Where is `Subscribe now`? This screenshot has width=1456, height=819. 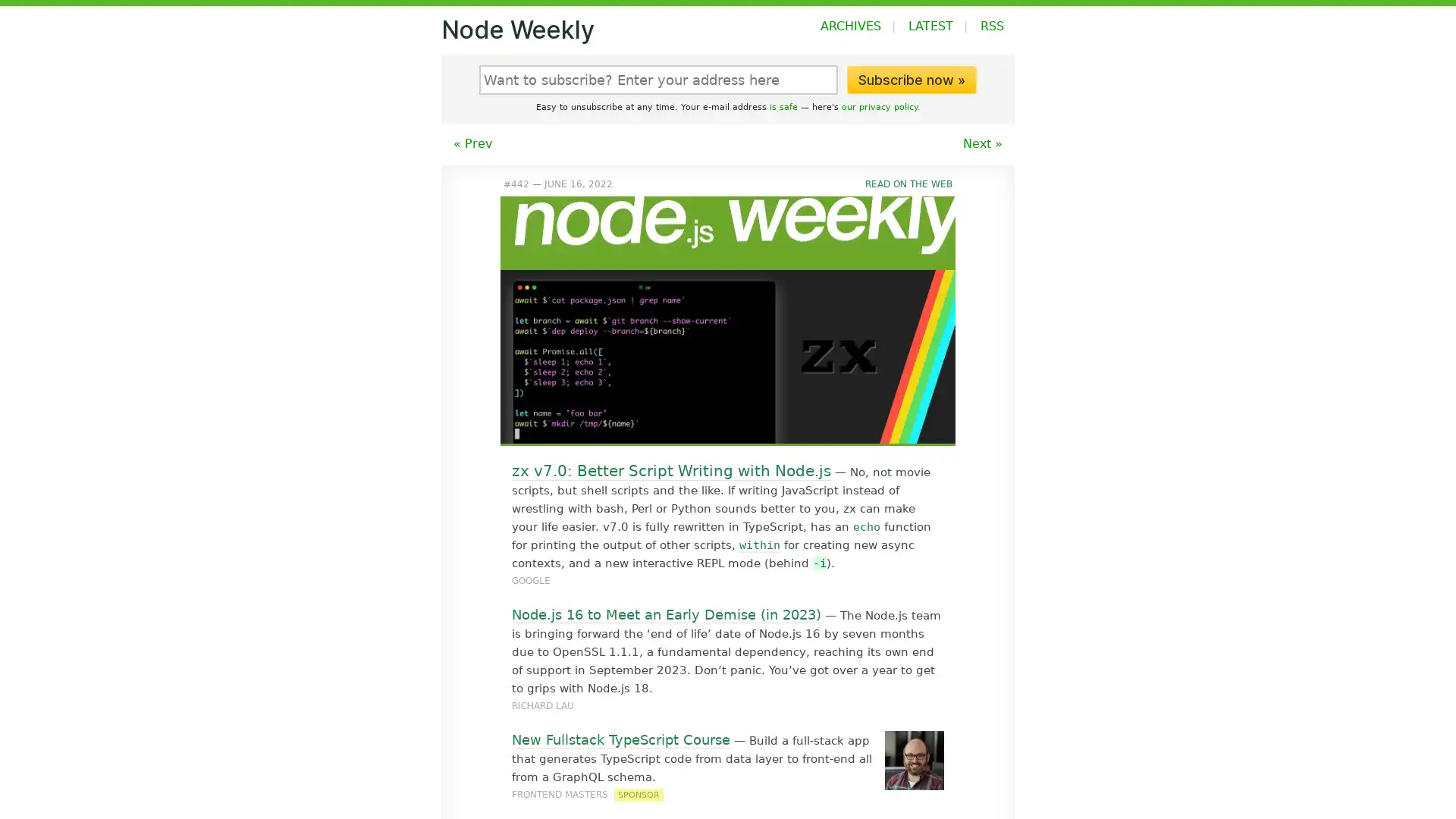 Subscribe now is located at coordinates (911, 80).